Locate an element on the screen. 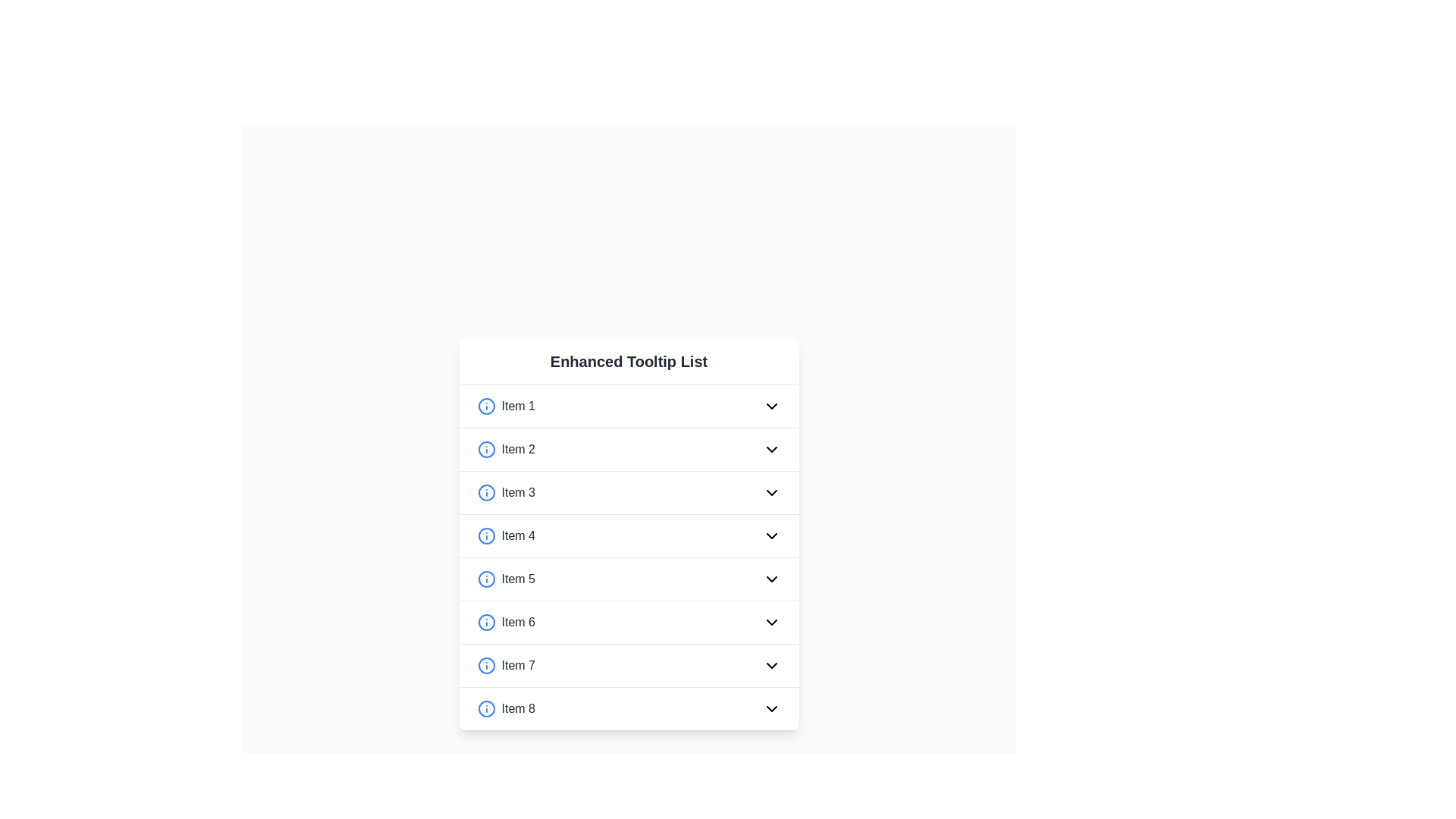 The width and height of the screenshot is (1456, 819). the list item labeled 'Item 2' in the 'Enhanced Tooltip List' is located at coordinates (629, 449).